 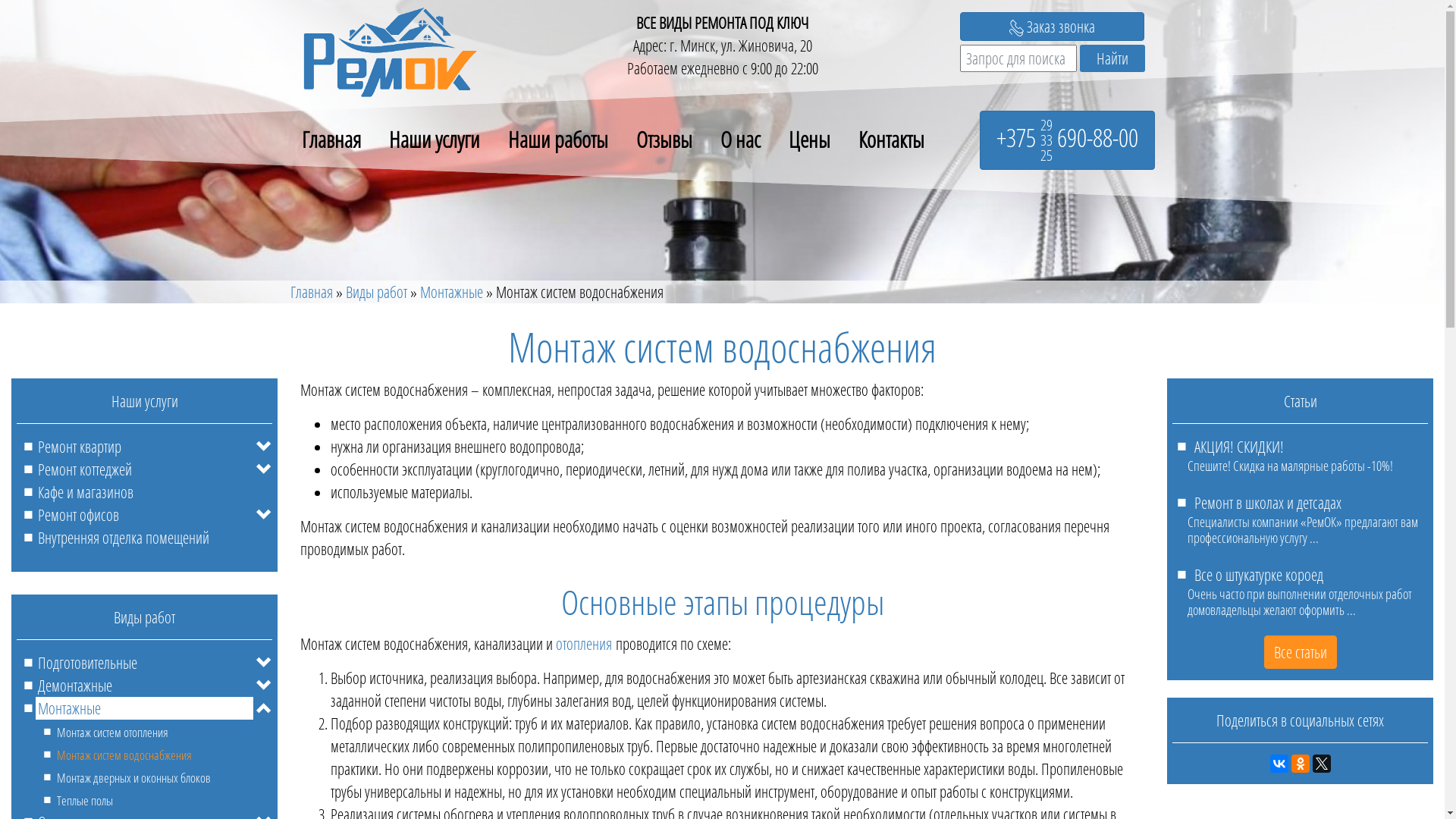 What do you see at coordinates (1320, 763) in the screenshot?
I see `'Twitter'` at bounding box center [1320, 763].